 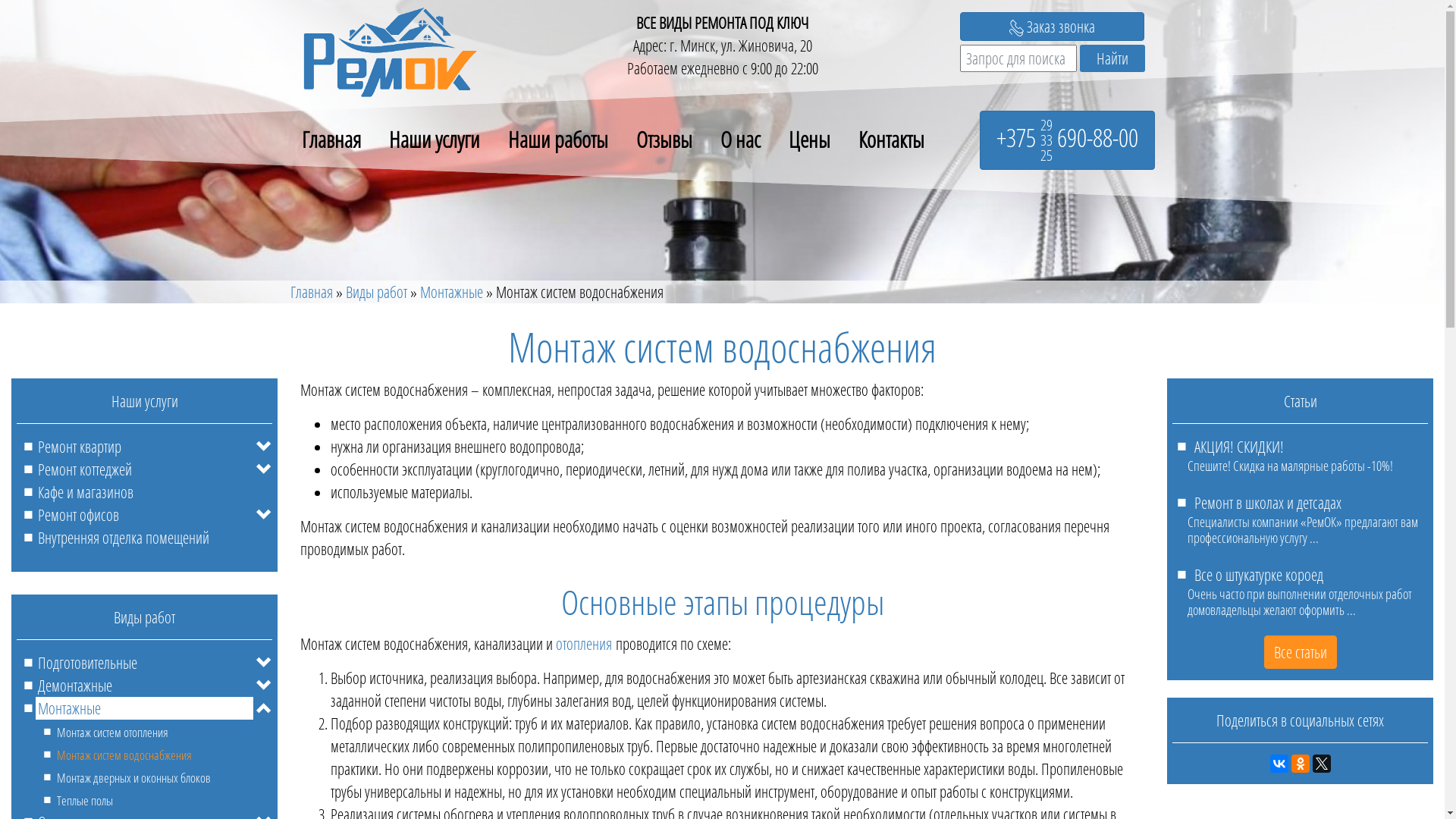 What do you see at coordinates (1320, 763) in the screenshot?
I see `'Twitter'` at bounding box center [1320, 763].